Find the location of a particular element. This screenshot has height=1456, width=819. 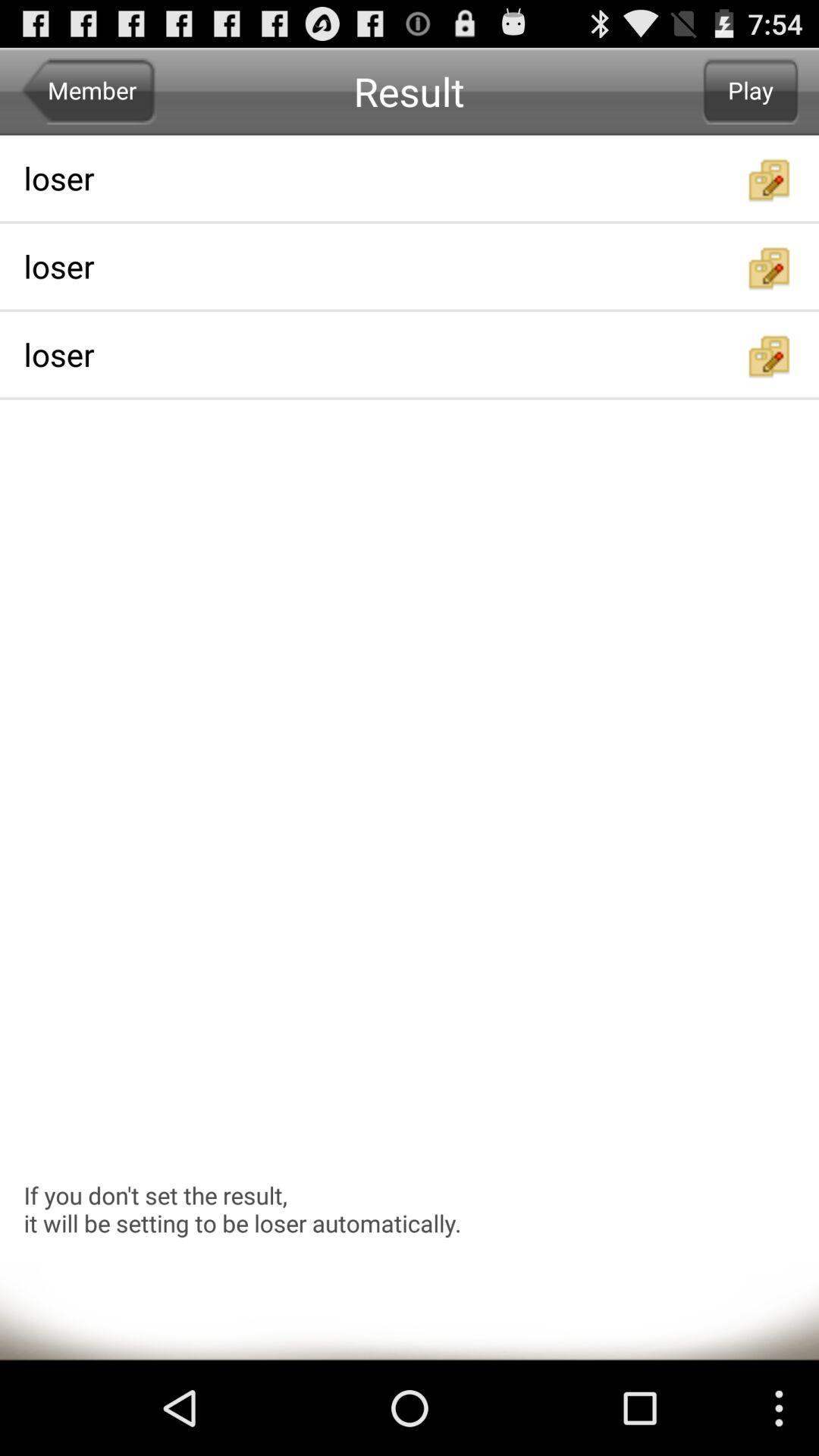

the item above the loser app is located at coordinates (88, 90).